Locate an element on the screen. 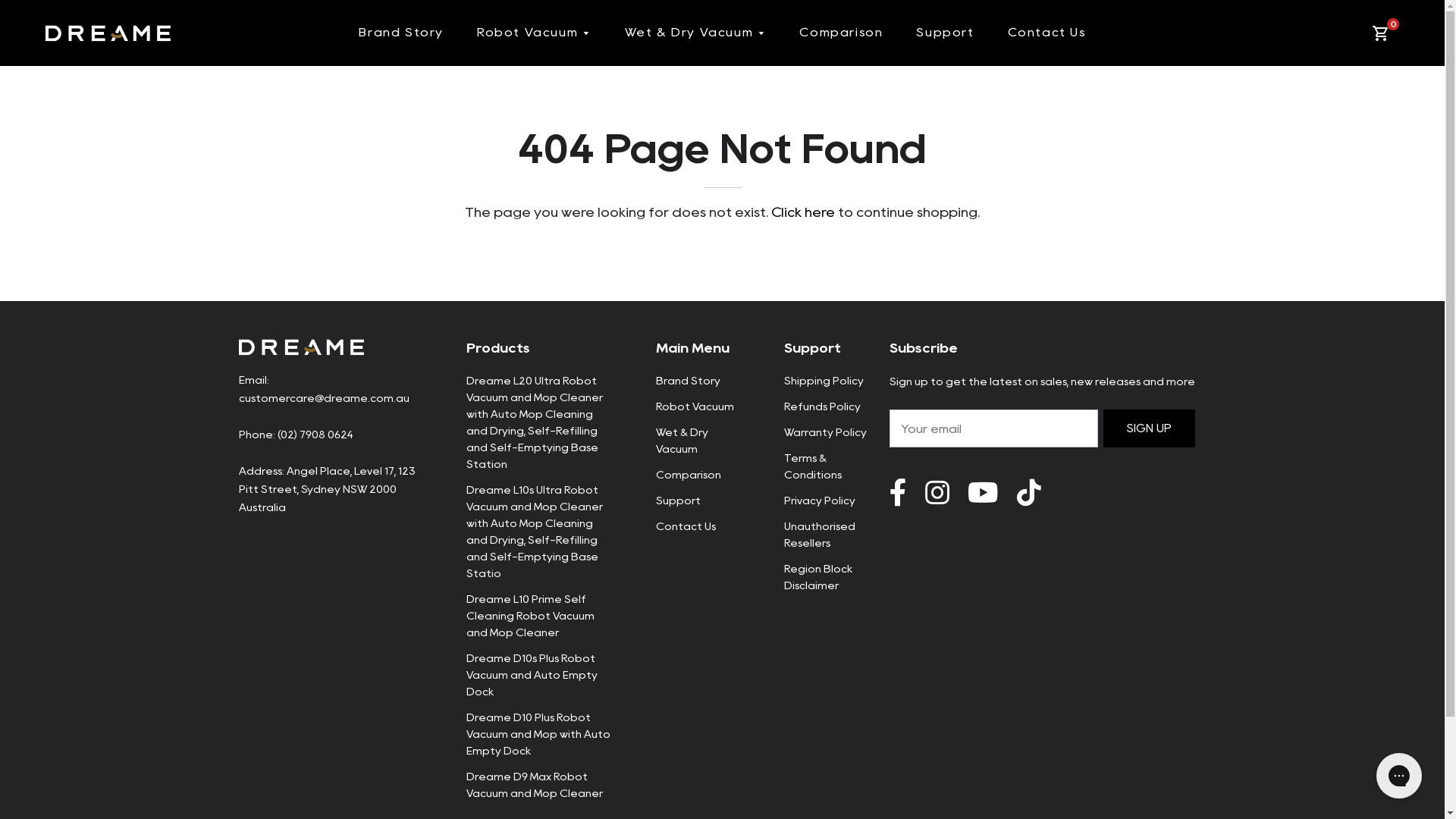  'Unauthorised Resellers' is located at coordinates (783, 534).